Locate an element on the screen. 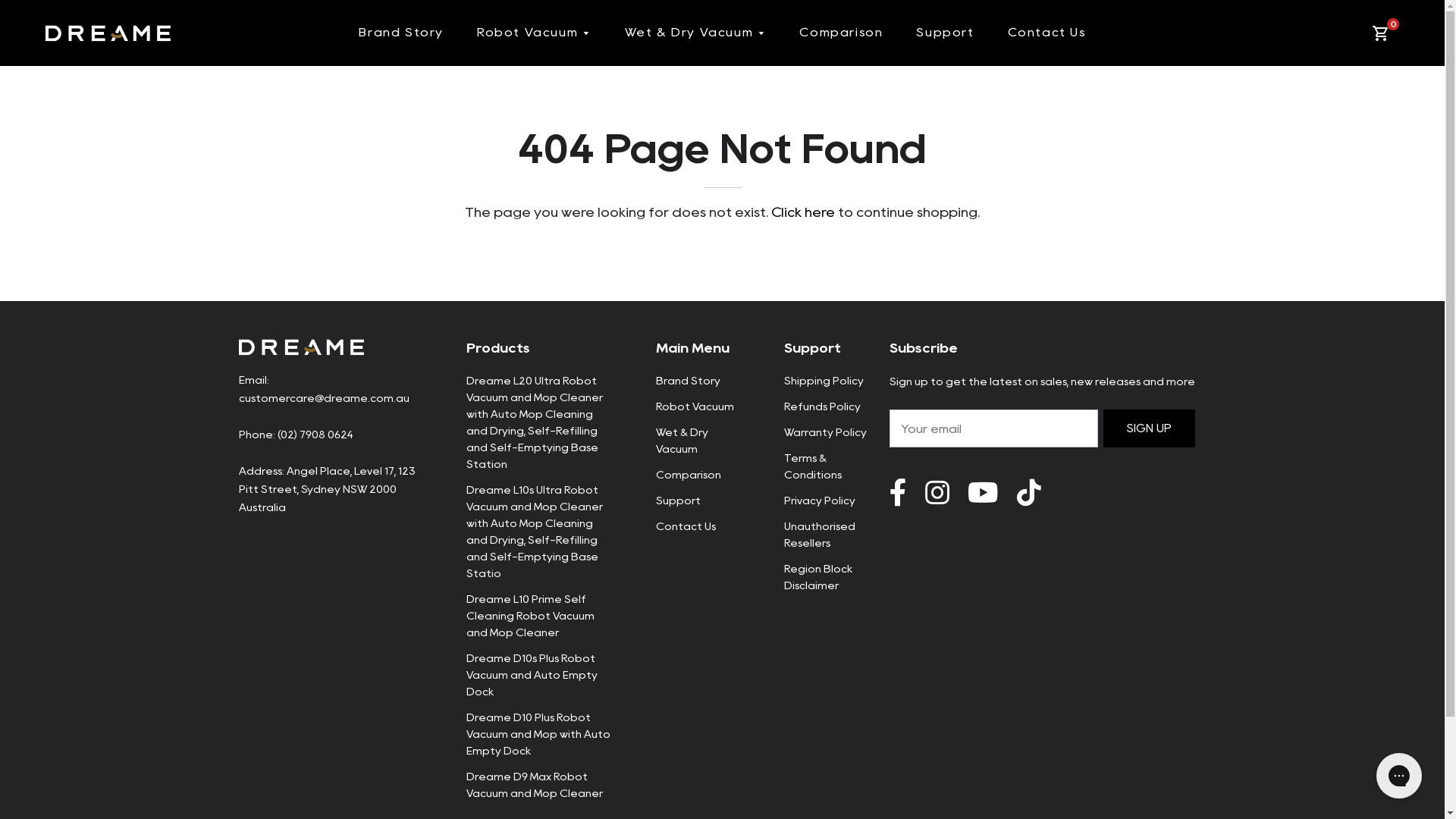  'Unauthorised Resellers' is located at coordinates (783, 534).